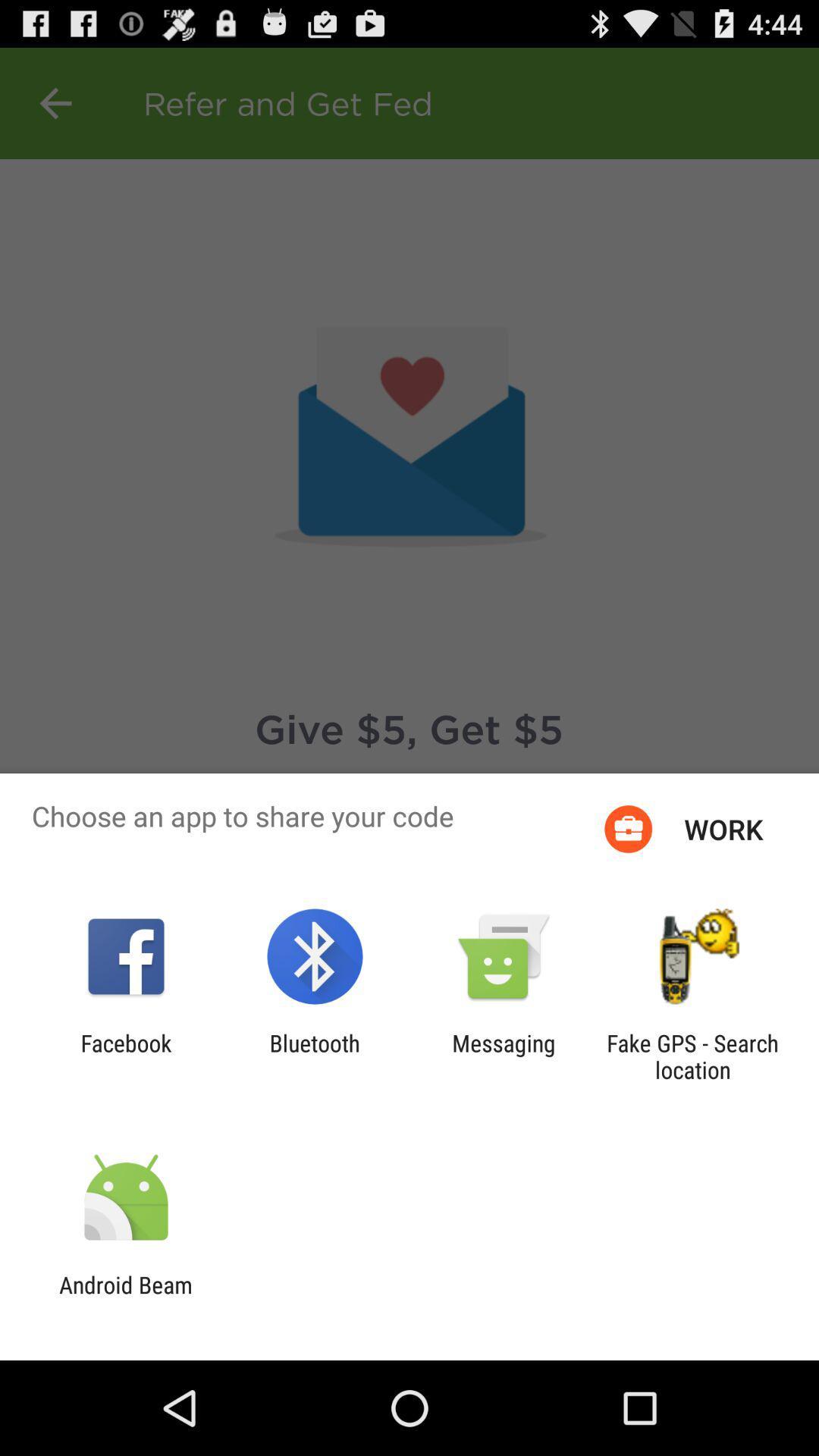  I want to click on fake gps search app, so click(692, 1056).